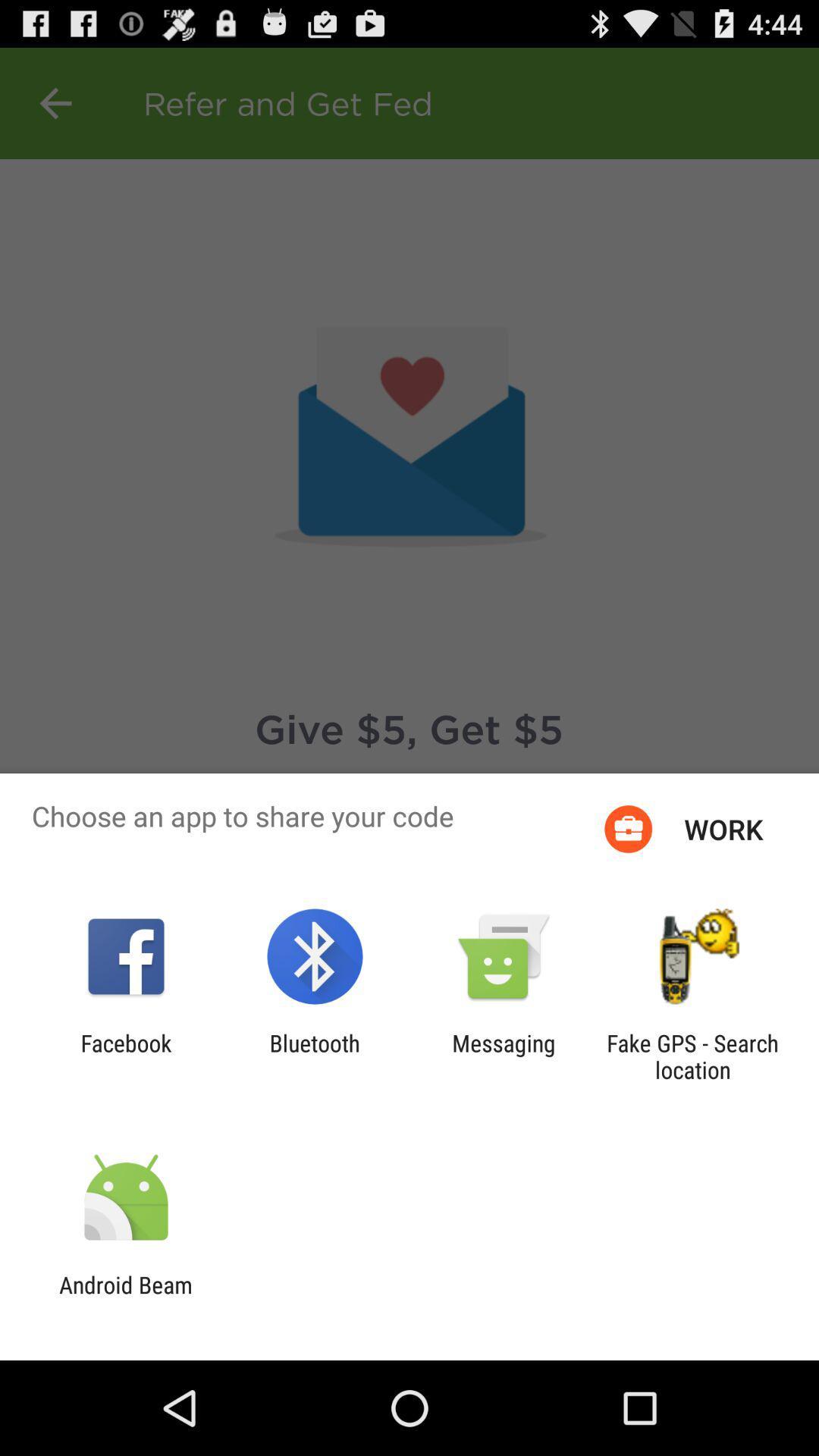  I want to click on fake gps search app, so click(692, 1056).